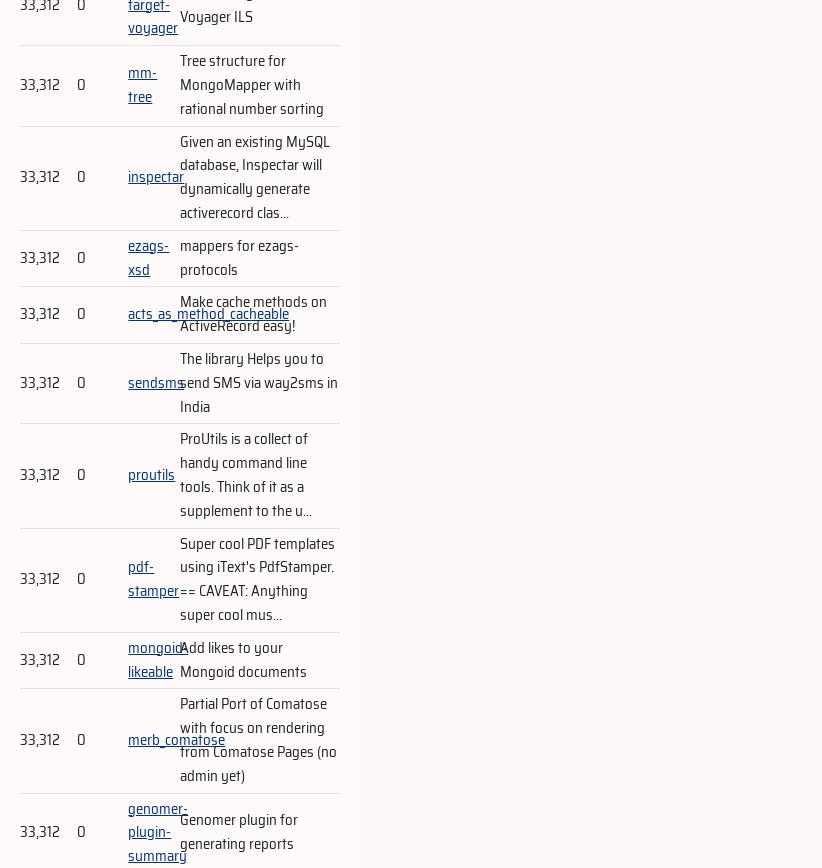  What do you see at coordinates (127, 176) in the screenshot?
I see `'inspectar'` at bounding box center [127, 176].